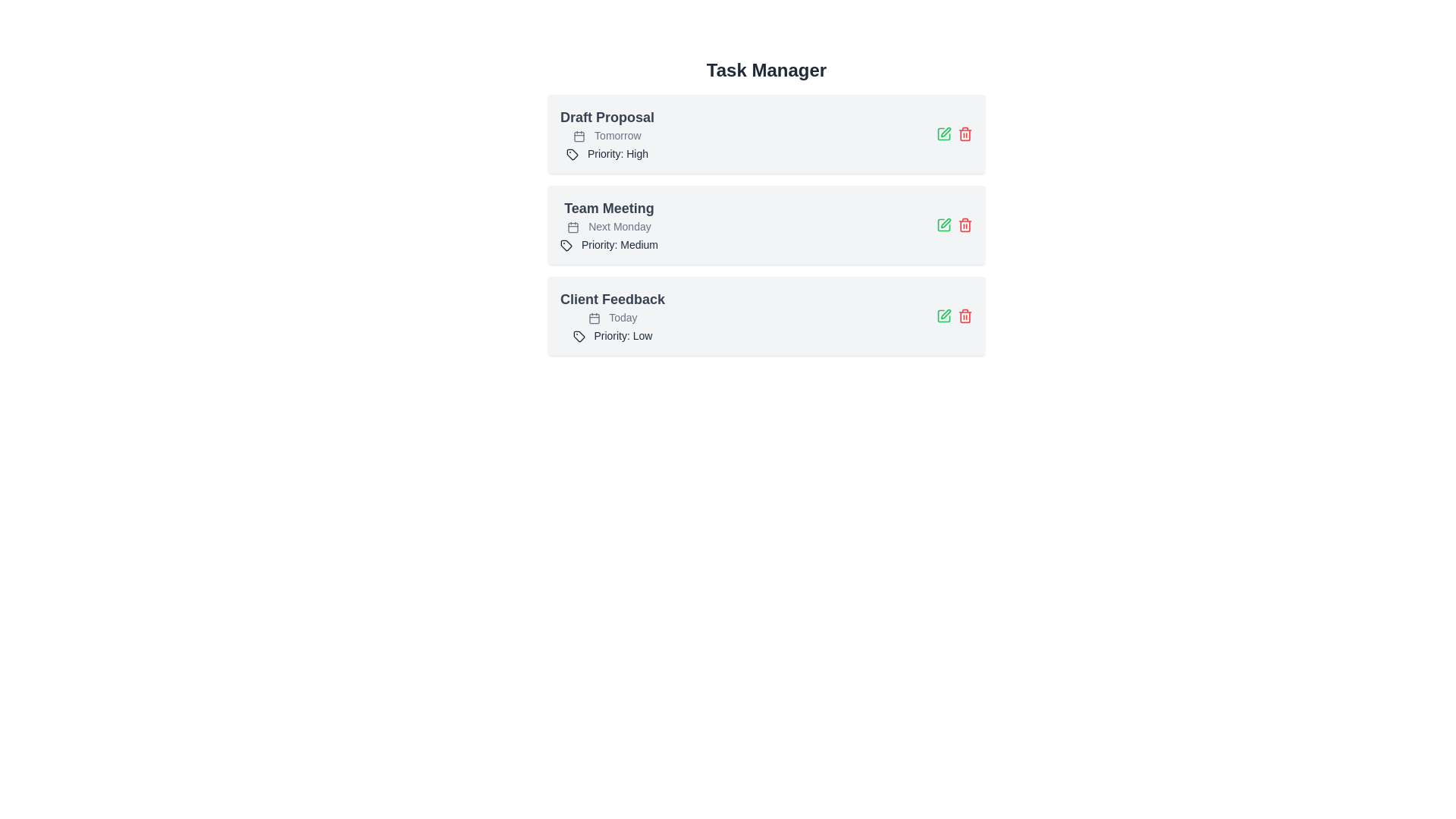  What do you see at coordinates (607, 134) in the screenshot?
I see `the text label displaying 'Tomorrow' in a small, gray font, located within the first task card titled 'Draft Proposal', to the right of a calendar icon` at bounding box center [607, 134].